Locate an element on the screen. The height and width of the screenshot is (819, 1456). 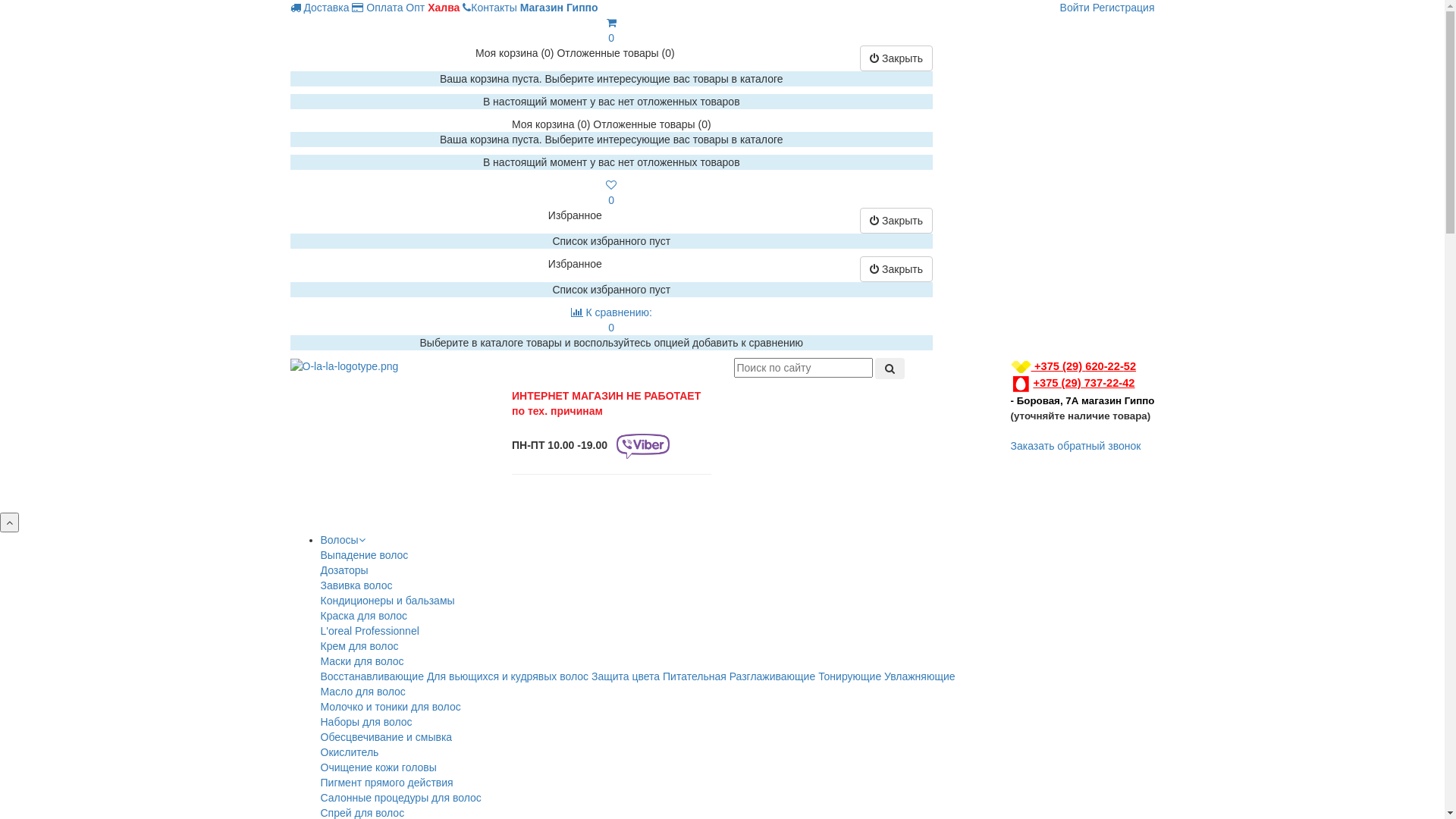
'velcom.png' is located at coordinates (1011, 366).